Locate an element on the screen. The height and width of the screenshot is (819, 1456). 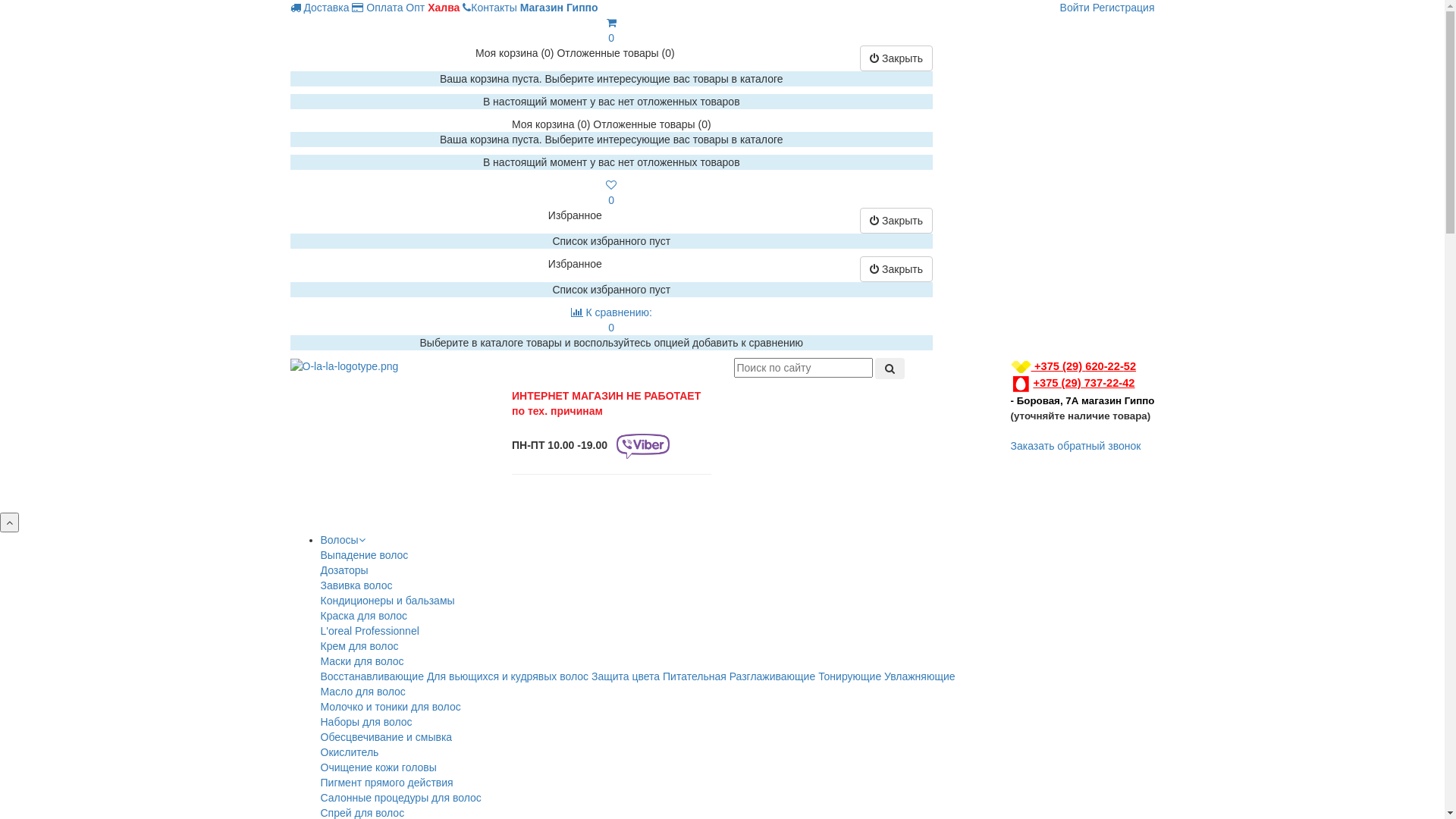
'velcom.png' is located at coordinates (1011, 366).